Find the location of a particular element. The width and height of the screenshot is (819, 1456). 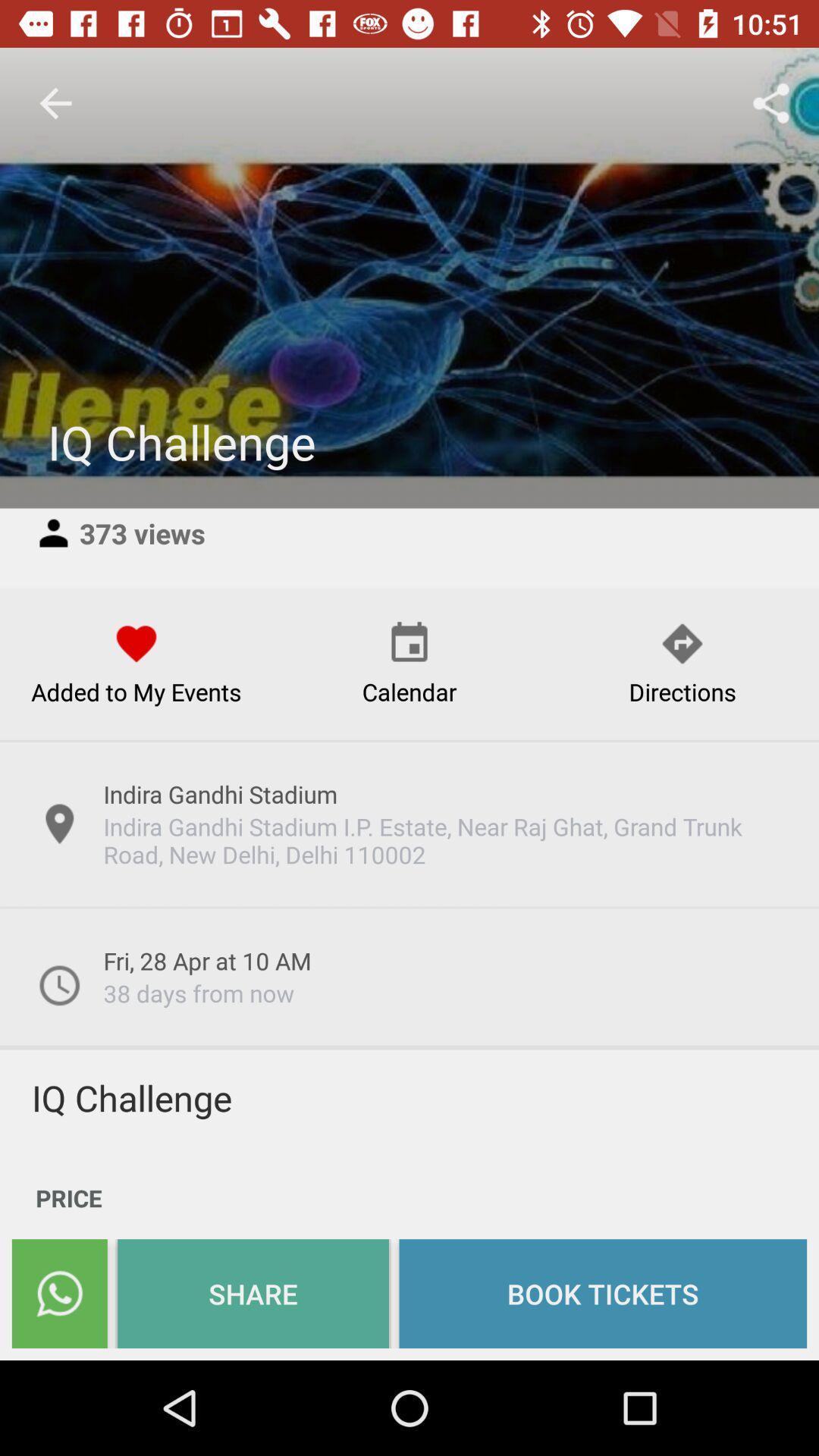

the book tickets text option is located at coordinates (602, 1292).